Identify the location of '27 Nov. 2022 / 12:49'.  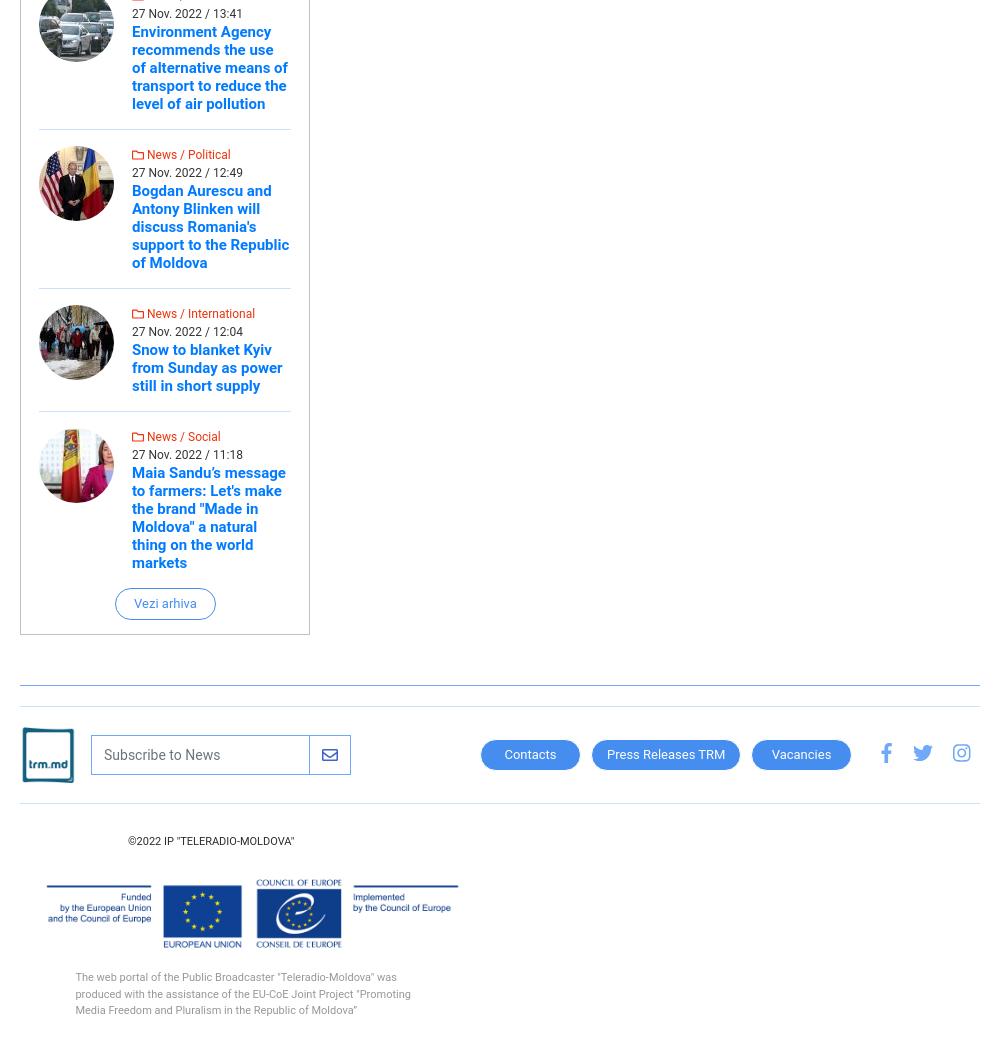
(187, 173).